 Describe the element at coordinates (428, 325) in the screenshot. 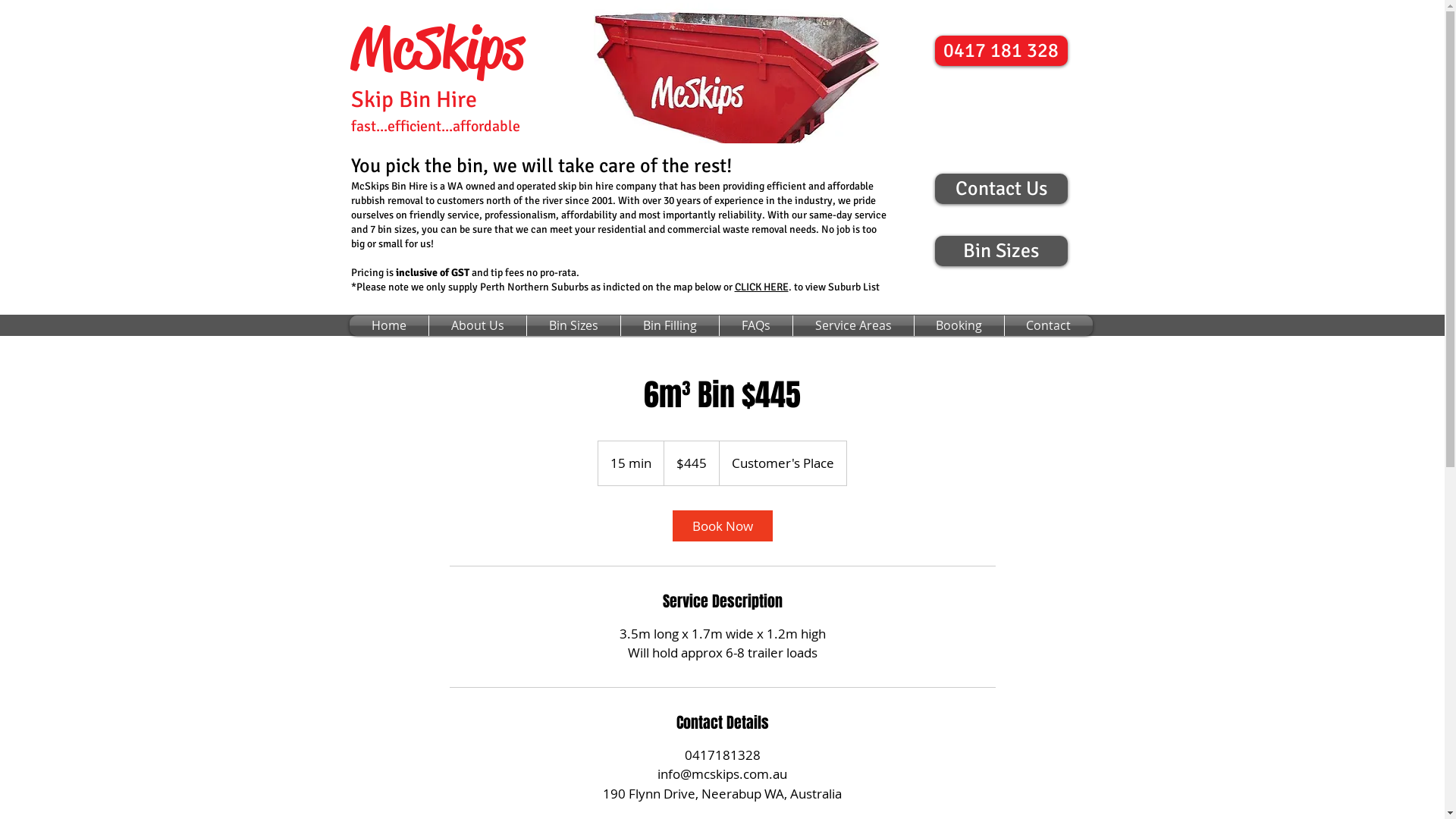

I see `'About Us'` at that location.